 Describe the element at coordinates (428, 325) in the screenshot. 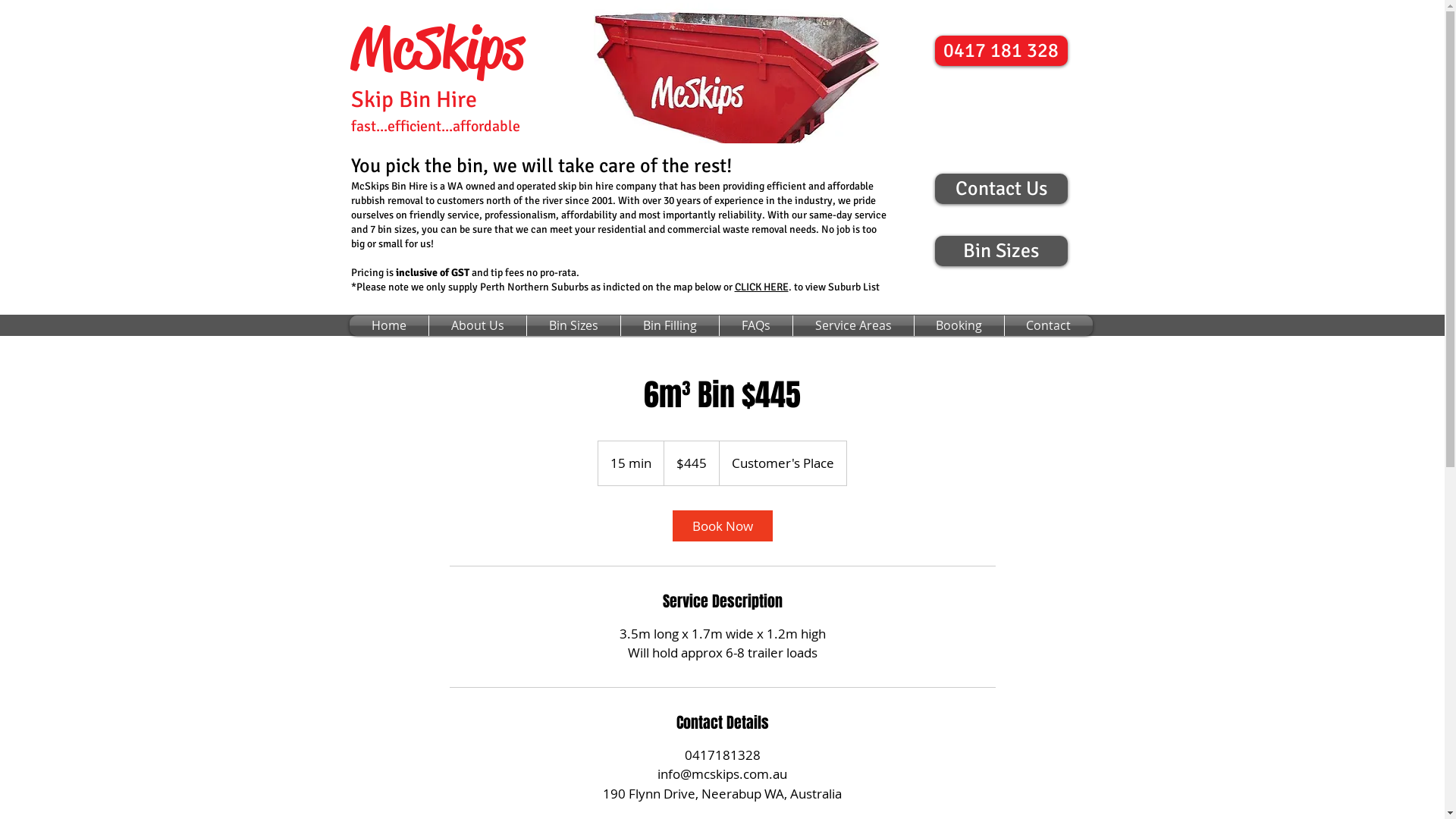

I see `'About Us'` at that location.